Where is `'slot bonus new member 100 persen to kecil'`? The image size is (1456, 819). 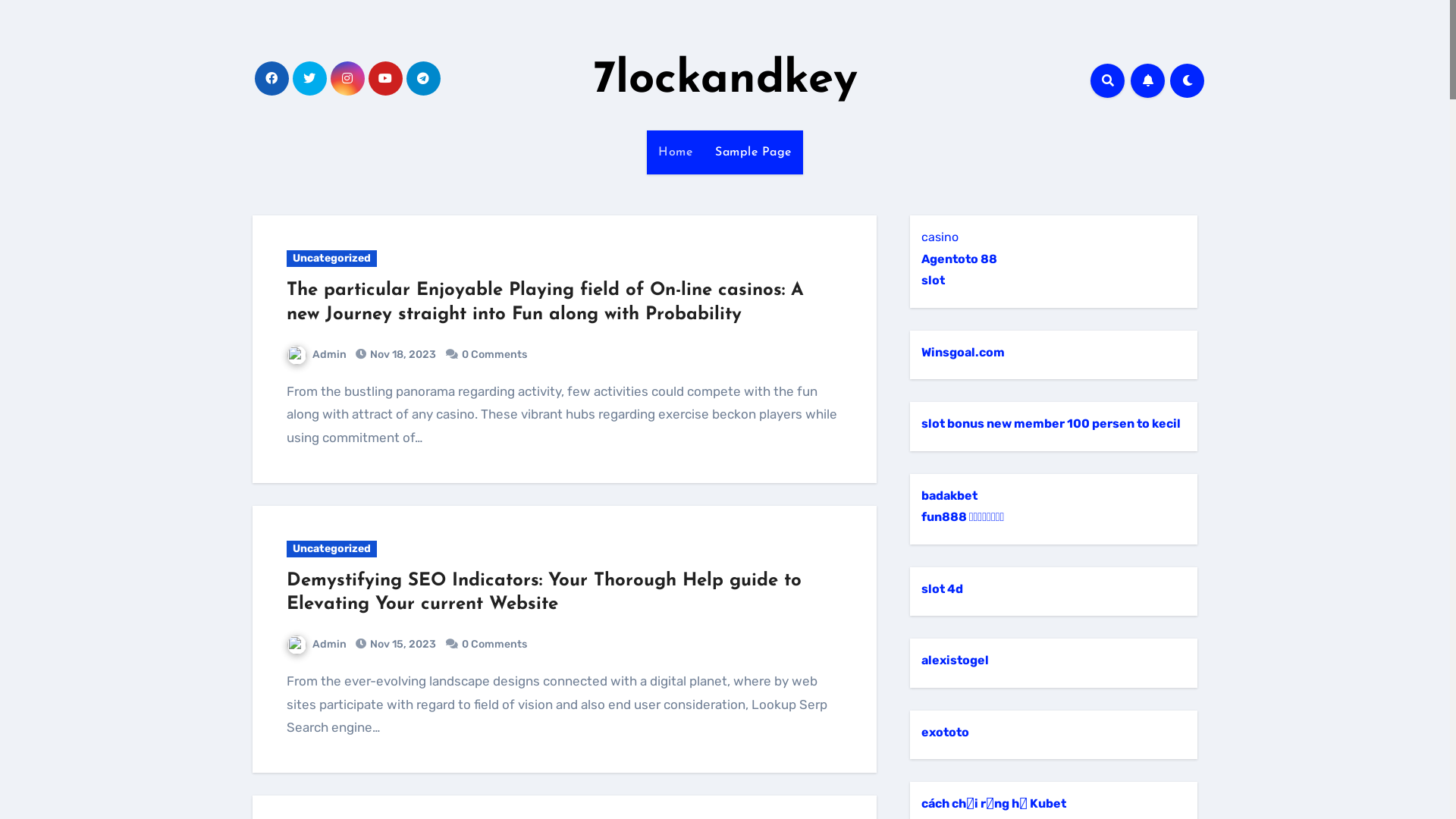 'slot bonus new member 100 persen to kecil' is located at coordinates (1050, 423).